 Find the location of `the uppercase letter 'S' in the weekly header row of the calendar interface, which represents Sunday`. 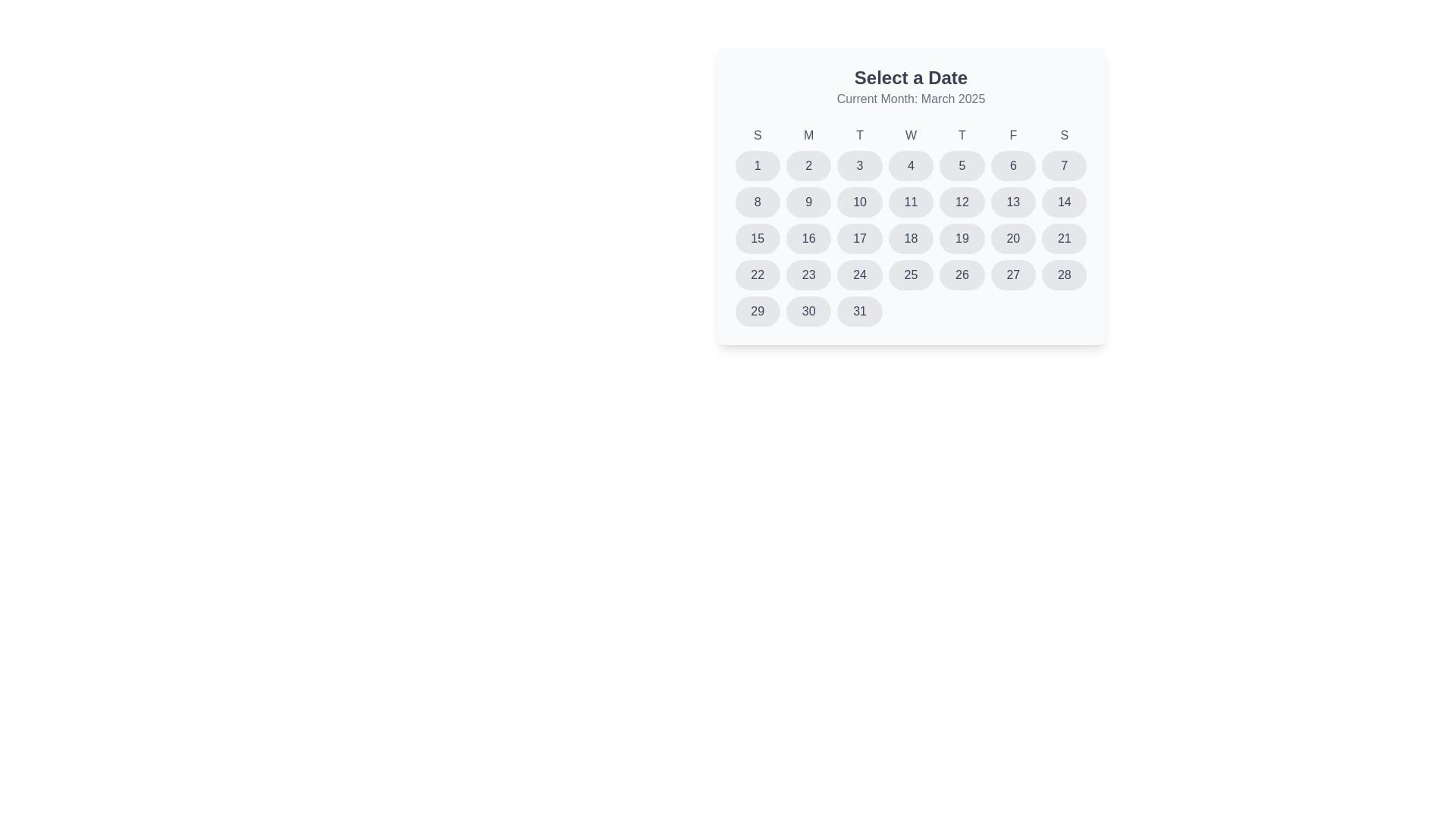

the uppercase letter 'S' in the weekly header row of the calendar interface, which represents Sunday is located at coordinates (758, 134).